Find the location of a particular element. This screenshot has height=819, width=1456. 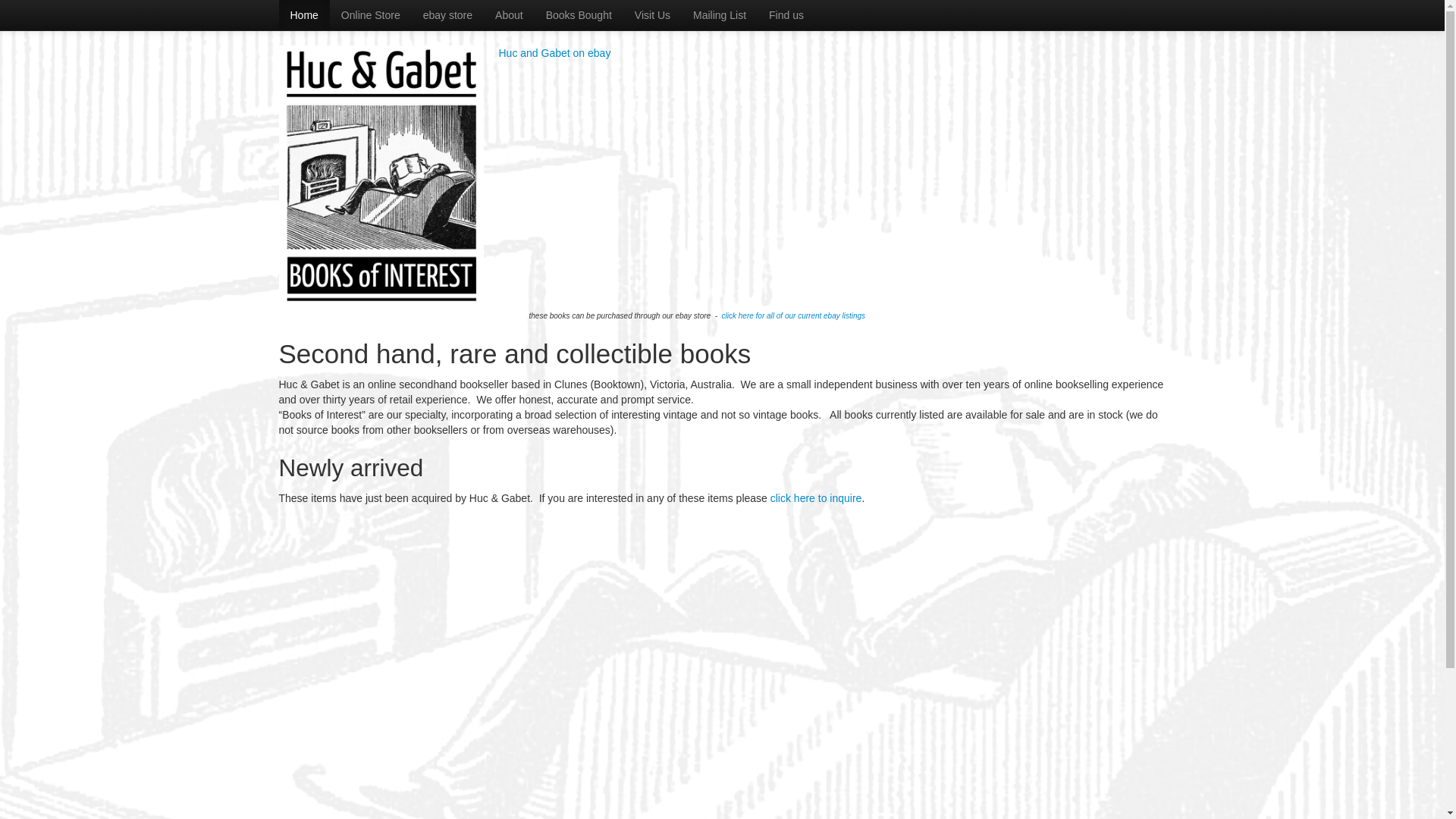

'Find us' is located at coordinates (786, 14).